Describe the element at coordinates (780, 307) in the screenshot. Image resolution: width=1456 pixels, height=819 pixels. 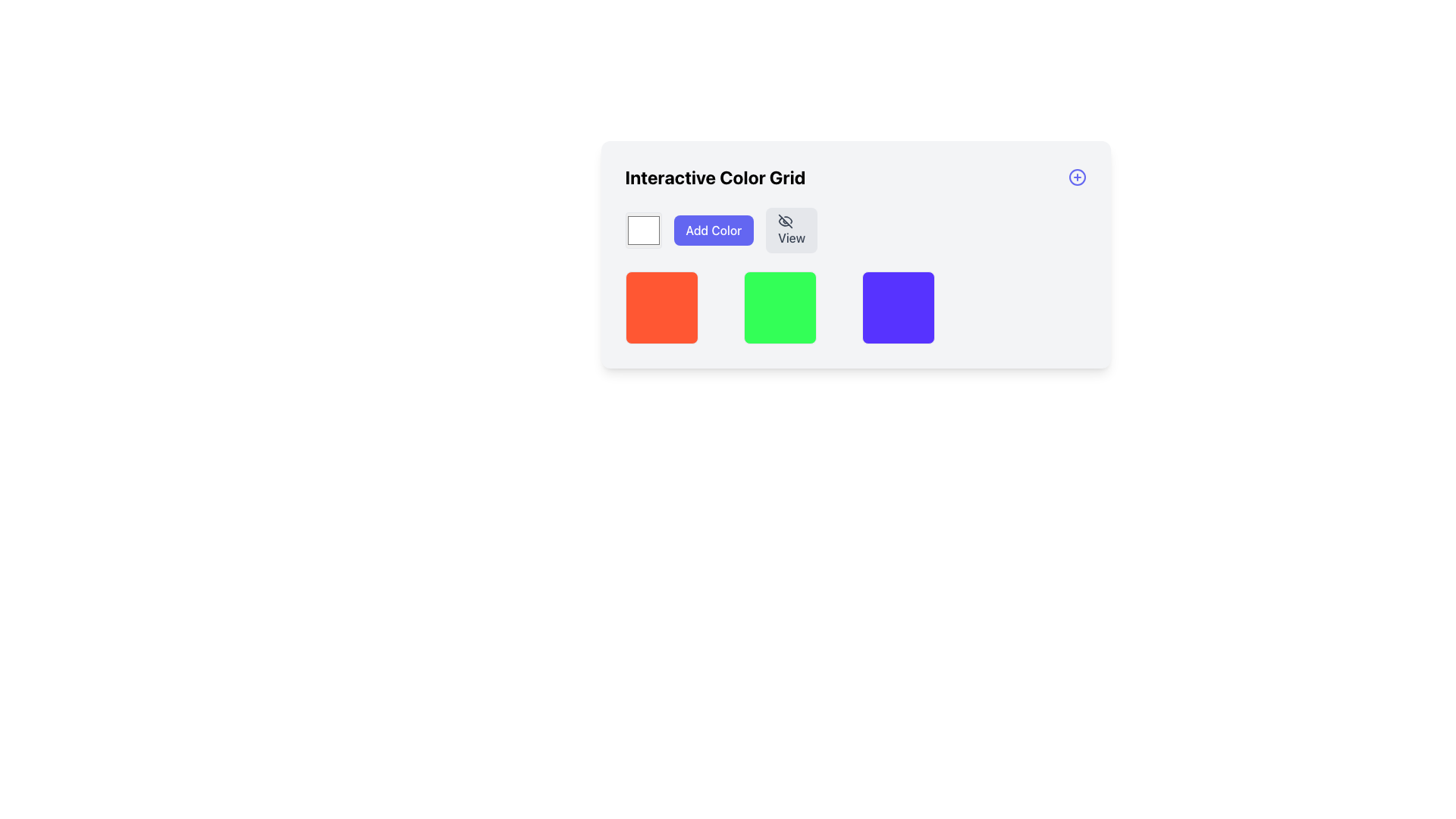
I see `the second colored interactive square in the 'Interactive Color Grid'` at that location.